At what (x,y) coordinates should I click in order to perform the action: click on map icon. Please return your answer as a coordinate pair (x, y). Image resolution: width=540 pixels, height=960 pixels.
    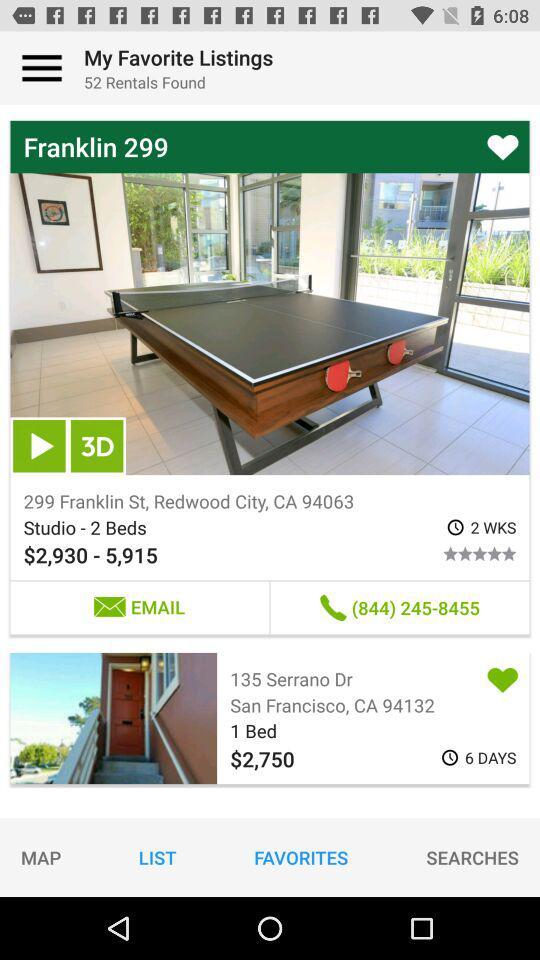
    Looking at the image, I should click on (41, 856).